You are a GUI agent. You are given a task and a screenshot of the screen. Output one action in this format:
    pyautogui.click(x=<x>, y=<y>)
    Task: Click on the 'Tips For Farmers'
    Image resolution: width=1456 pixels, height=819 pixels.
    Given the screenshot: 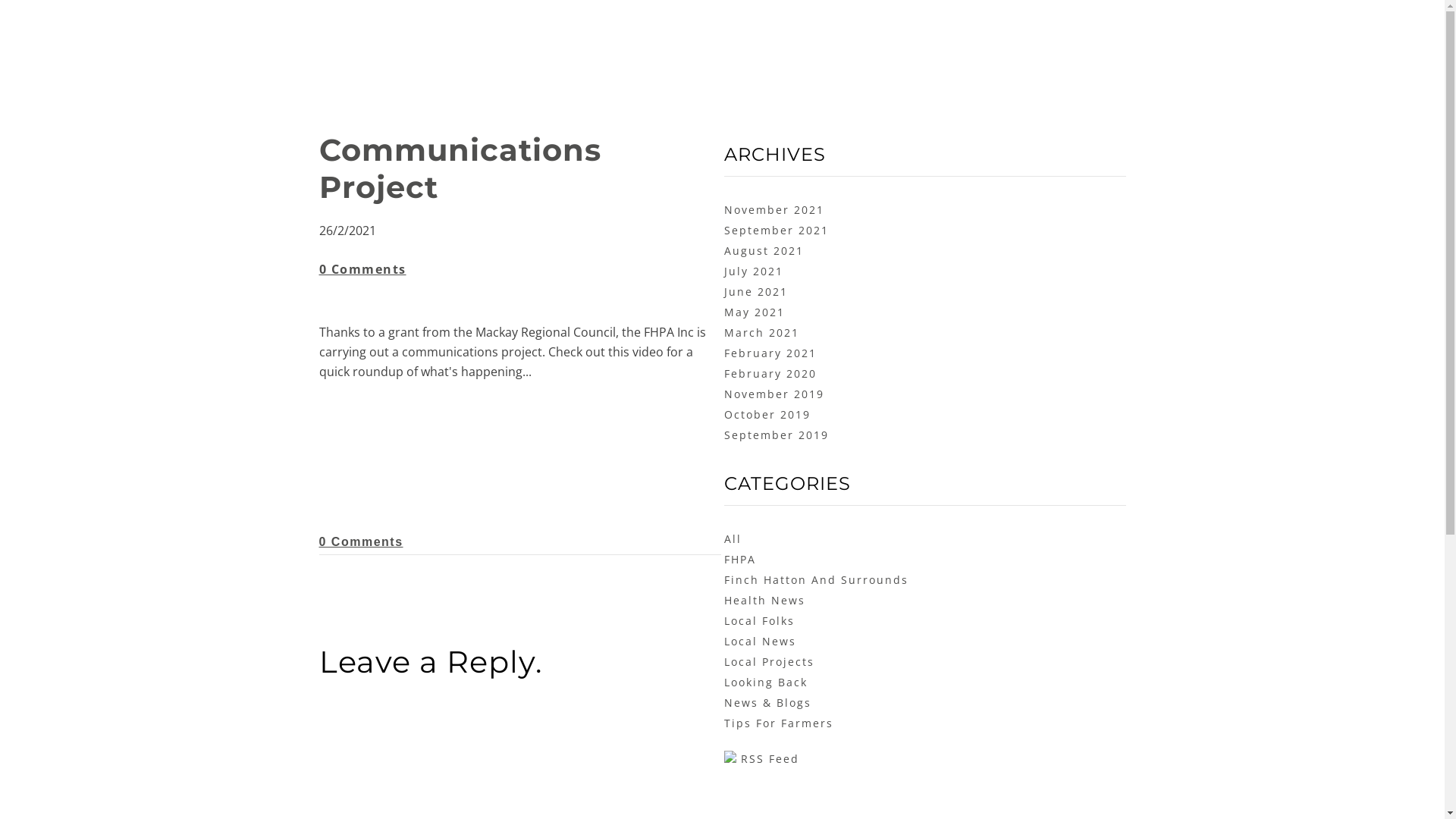 What is the action you would take?
    pyautogui.click(x=778, y=722)
    